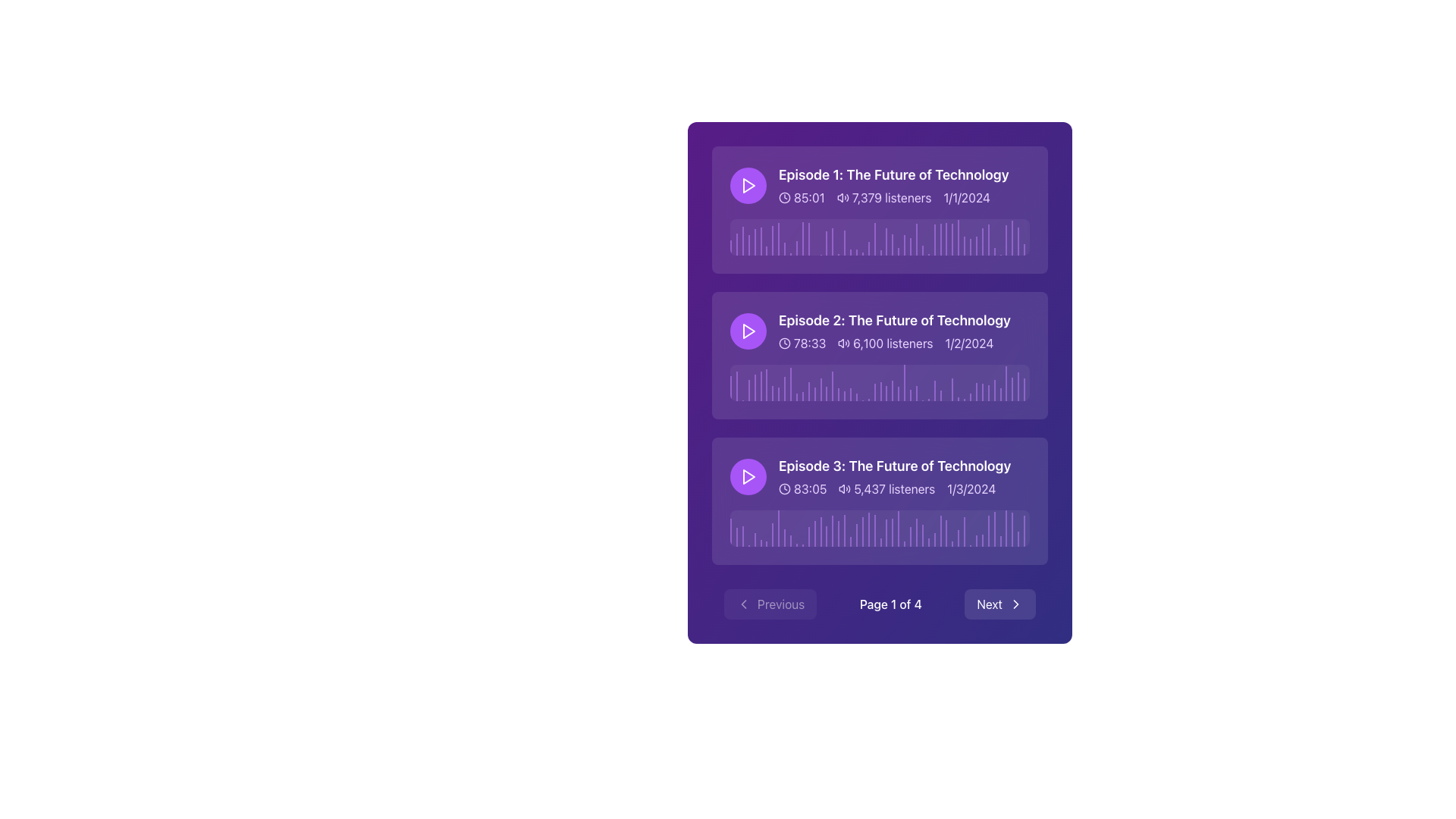  Describe the element at coordinates (899, 250) in the screenshot. I see `the thin vertical purple-tinted line indicator located at the center of the waveform visualization for Episode 1` at that location.